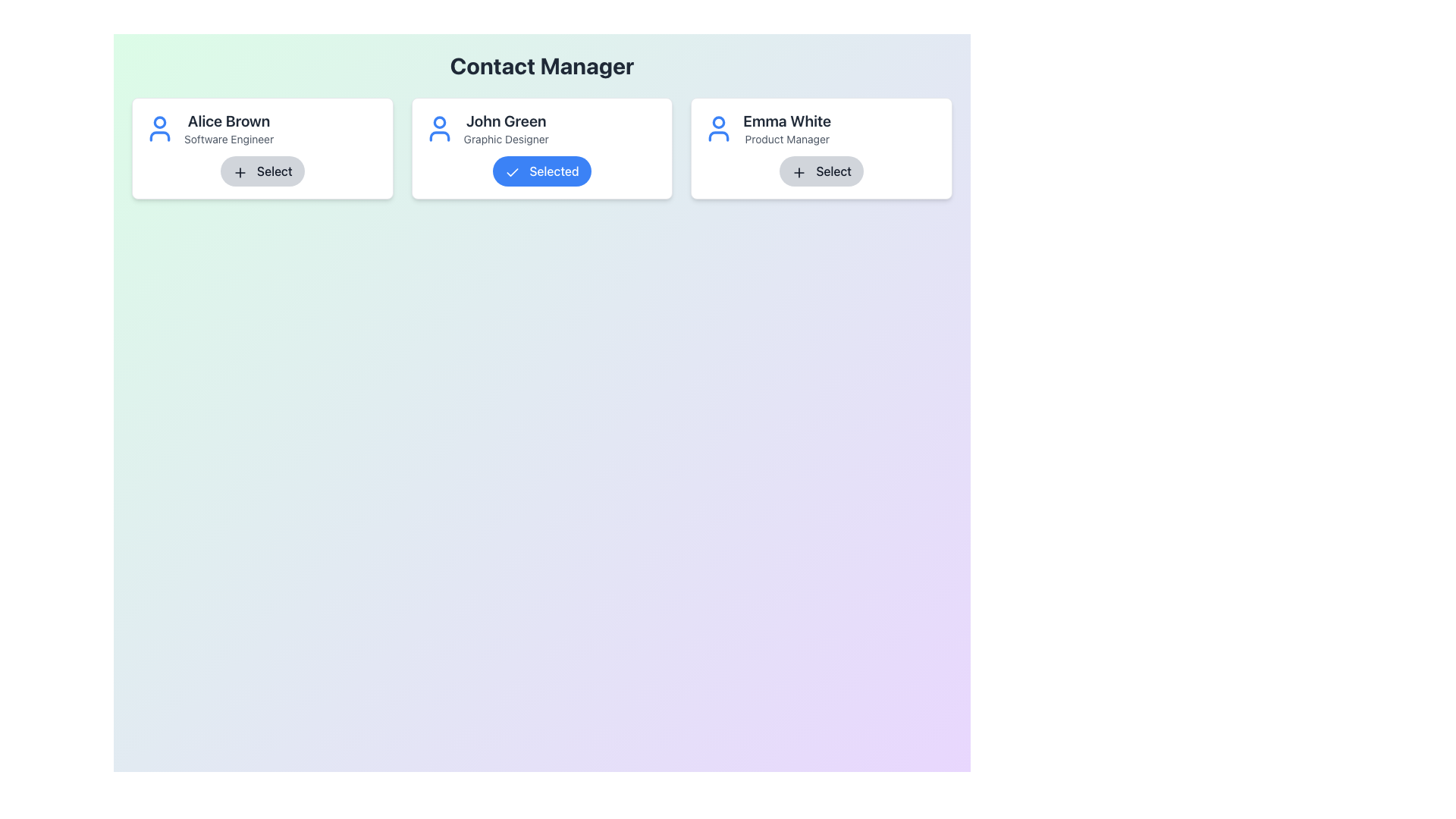  I want to click on the button with rounded edges and bright blue background containing 'Selected' text and a checkmark icon, so click(542, 171).